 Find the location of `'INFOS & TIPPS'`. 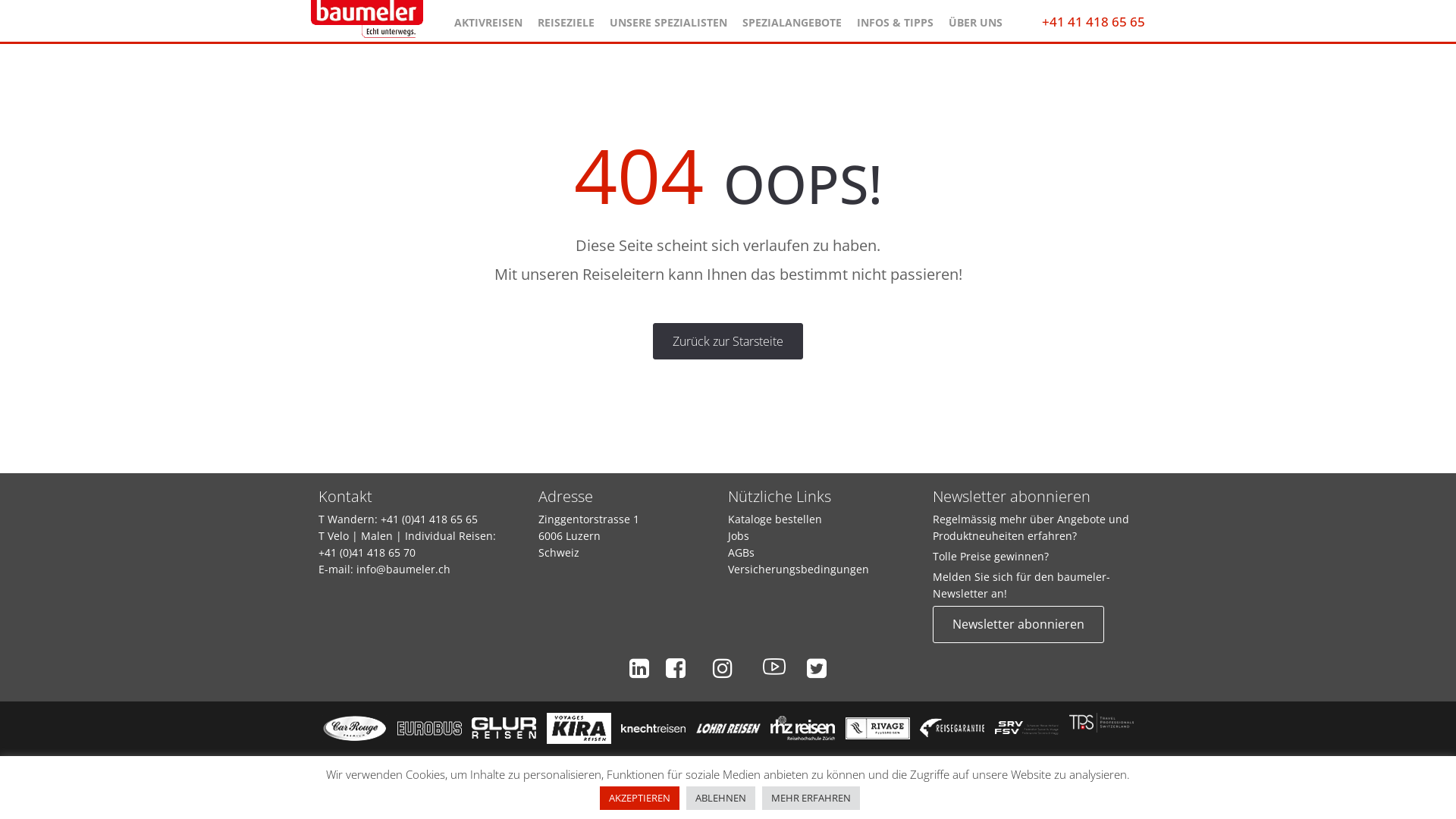

'INFOS & TIPPS' is located at coordinates (895, 18).